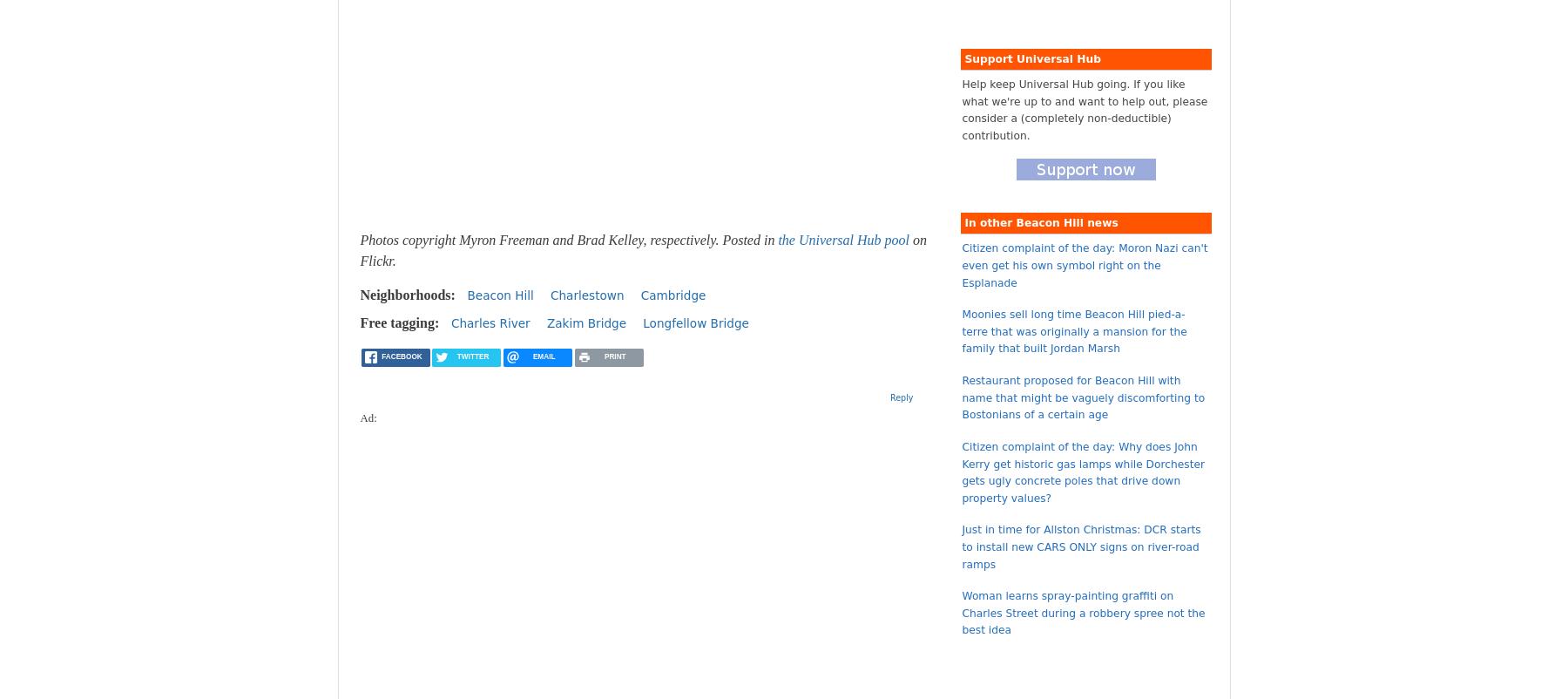 Image resolution: width=1568 pixels, height=699 pixels. Describe the element at coordinates (1083, 397) in the screenshot. I see `'Restaurant proposed for Beacon Hill with name that might be vaguely discomforting to Bostonians of a certain age'` at that location.